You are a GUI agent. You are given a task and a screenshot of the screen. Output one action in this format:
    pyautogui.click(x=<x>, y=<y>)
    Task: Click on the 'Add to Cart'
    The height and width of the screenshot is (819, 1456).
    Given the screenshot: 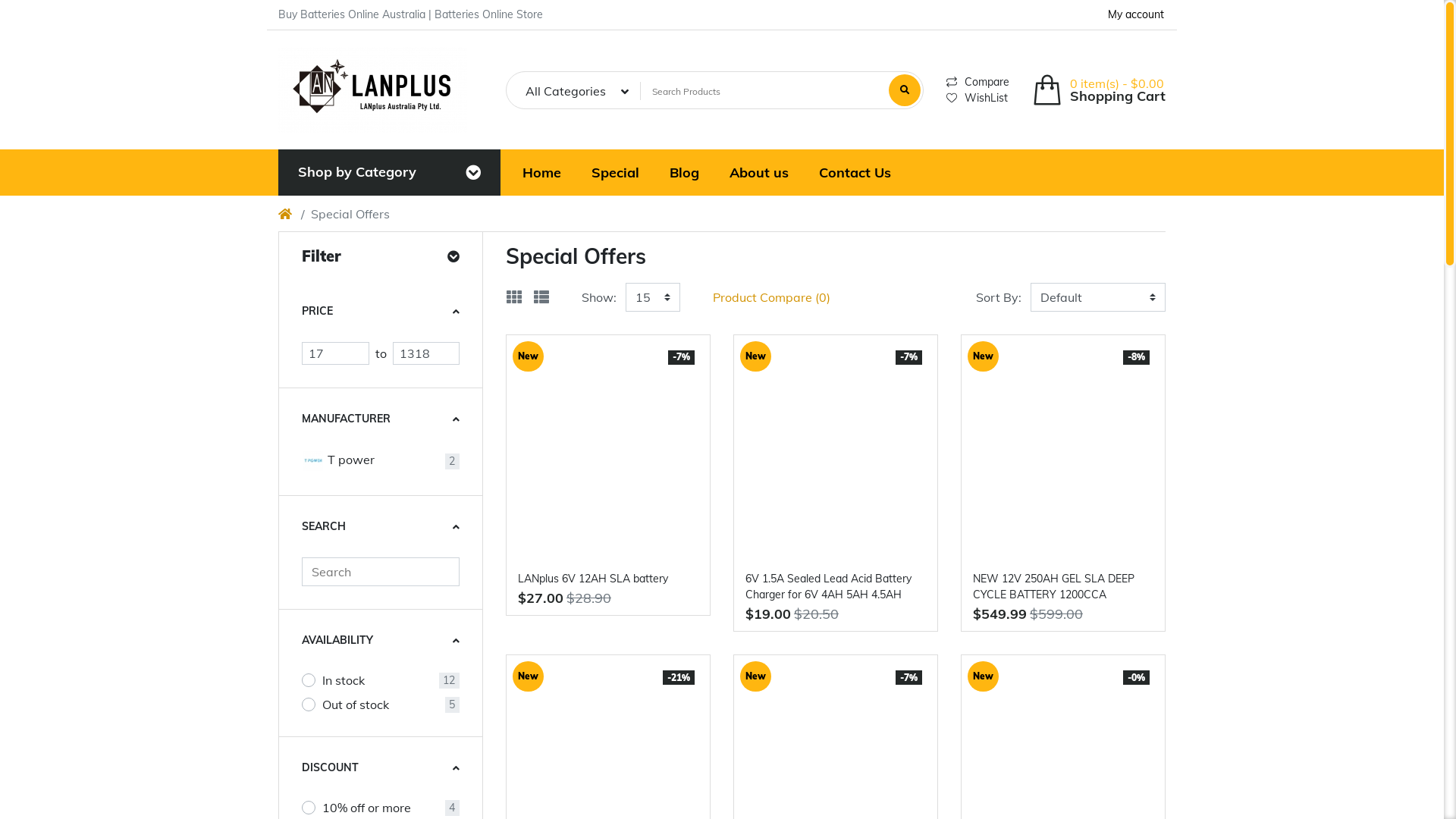 What is the action you would take?
    pyautogui.click(x=997, y=640)
    